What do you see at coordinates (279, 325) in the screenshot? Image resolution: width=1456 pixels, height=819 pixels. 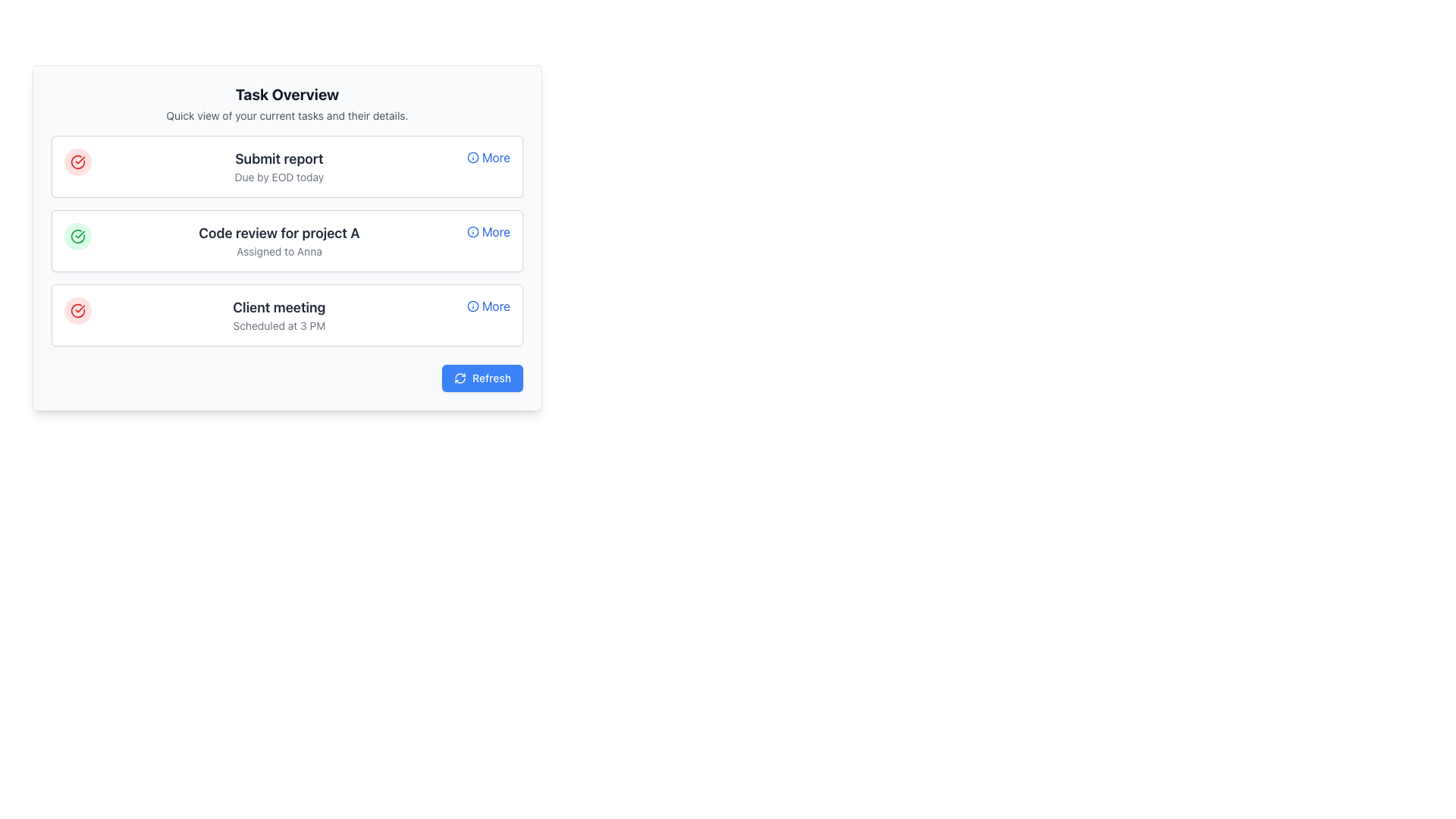 I see `the additional scheduling information label located beneath the 'Client Meeting' label in the third task card of the task overview list` at bounding box center [279, 325].